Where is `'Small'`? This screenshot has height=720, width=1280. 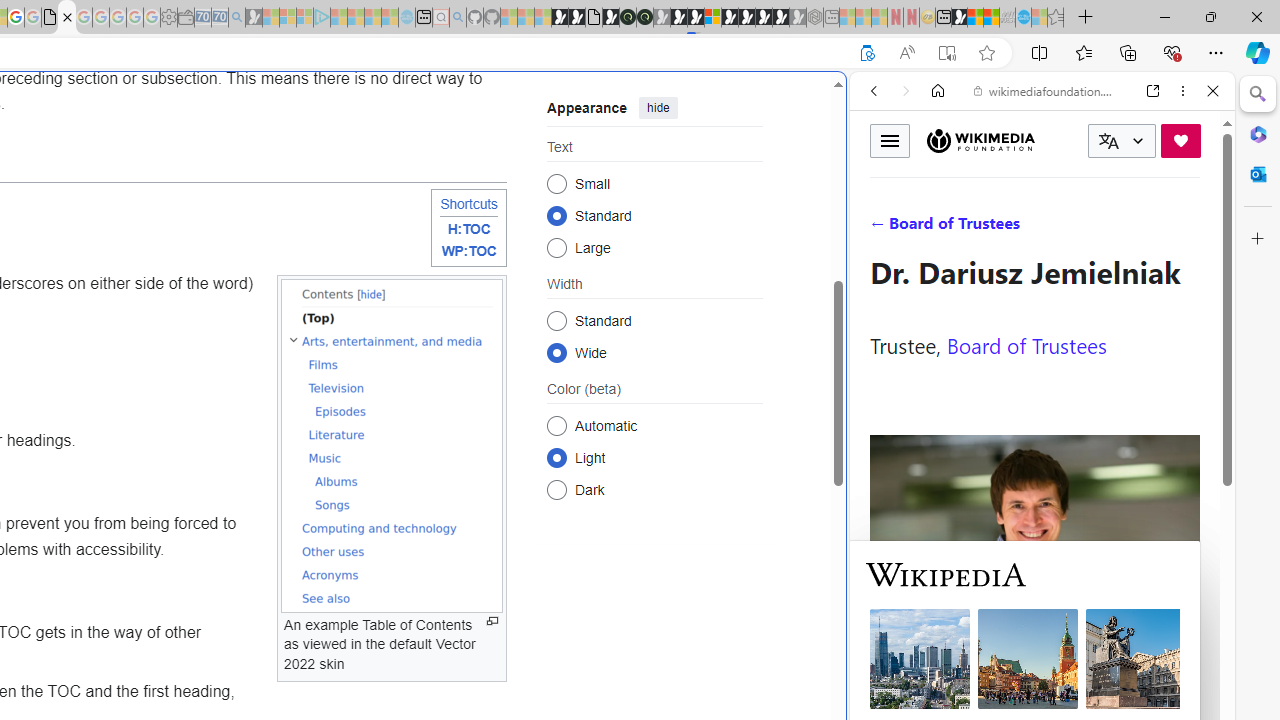
'Small' is located at coordinates (556, 183).